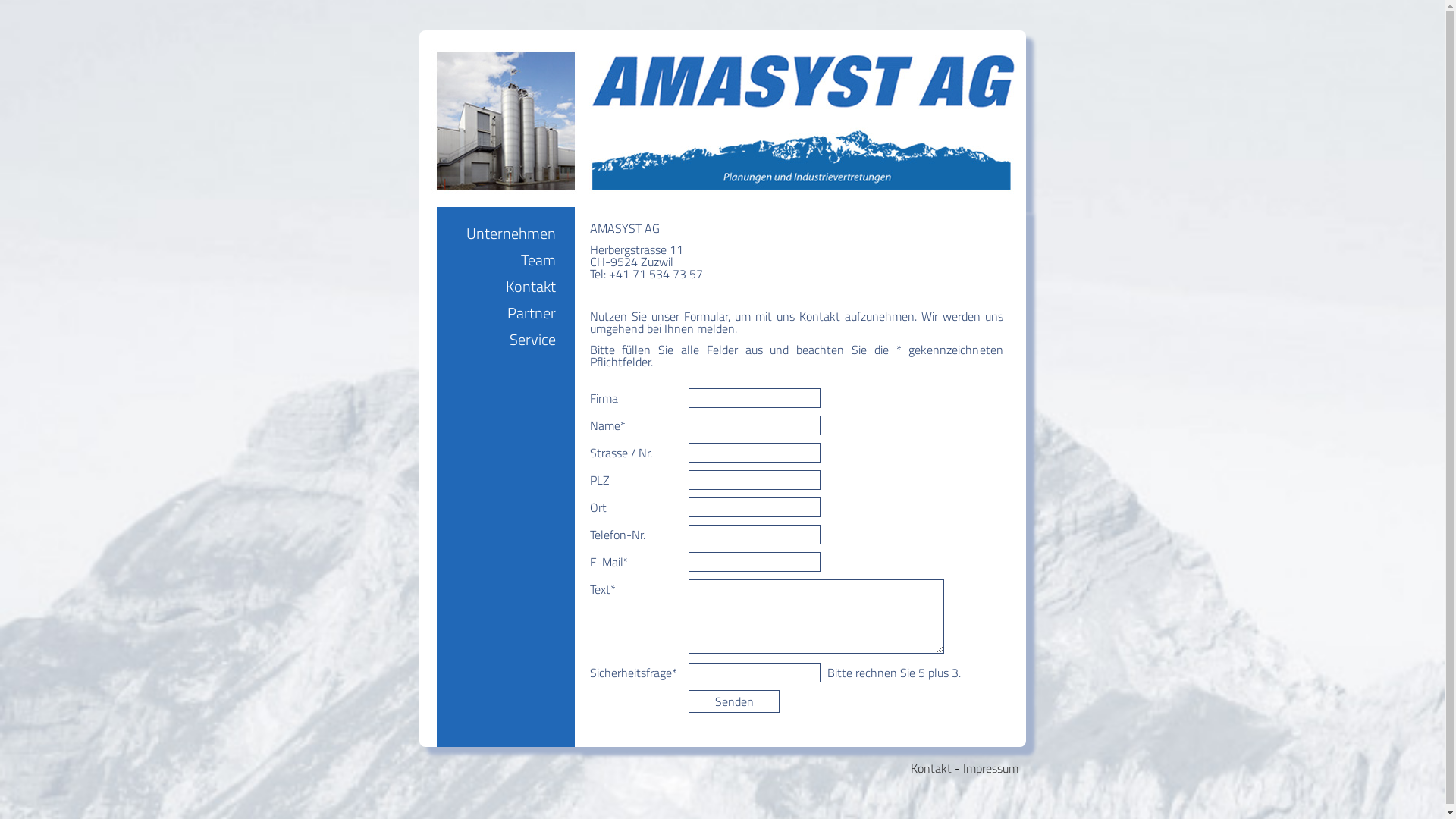 Image resolution: width=1456 pixels, height=819 pixels. I want to click on 'Partner', so click(531, 312).